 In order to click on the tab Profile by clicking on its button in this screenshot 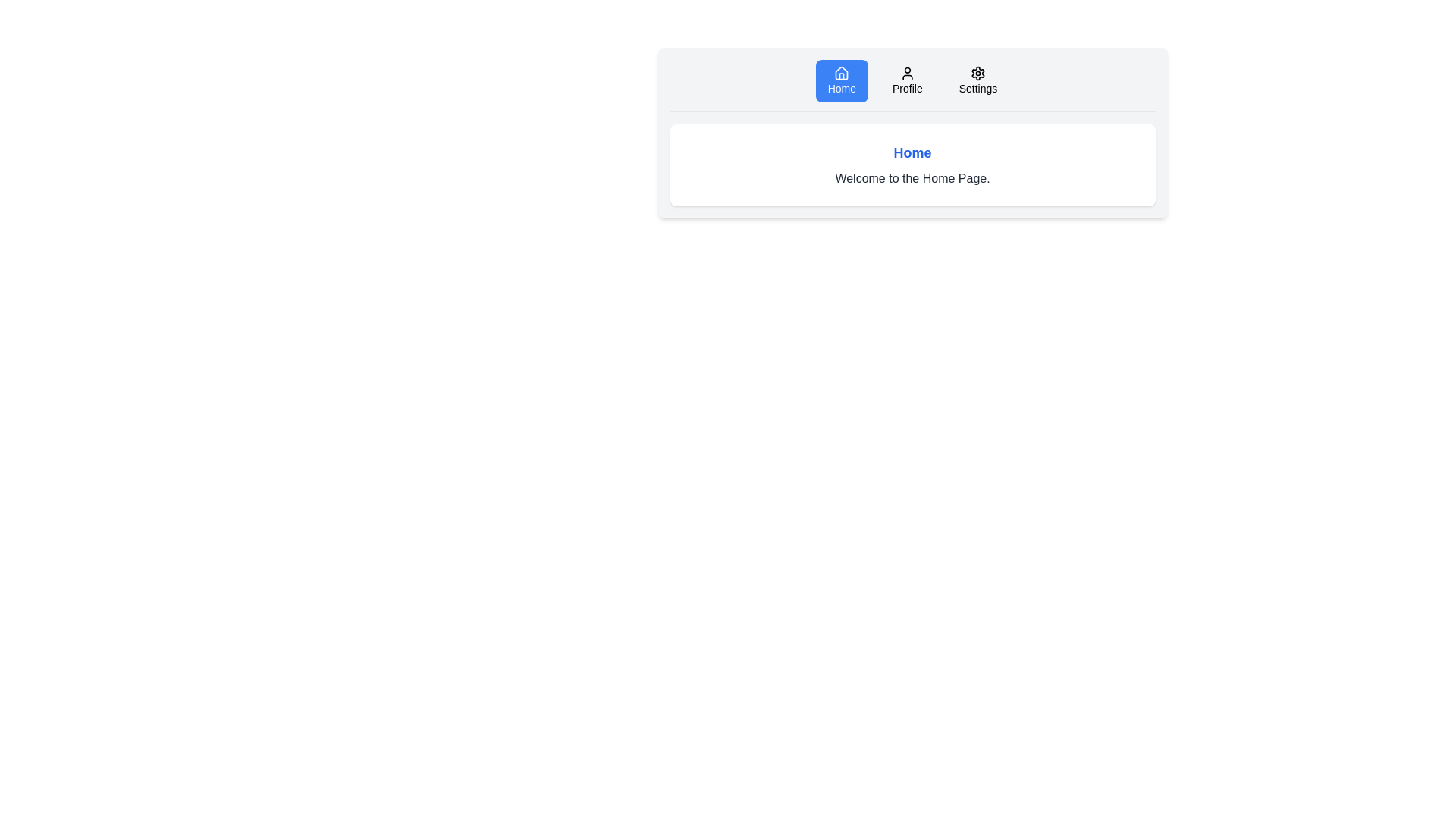, I will do `click(907, 81)`.